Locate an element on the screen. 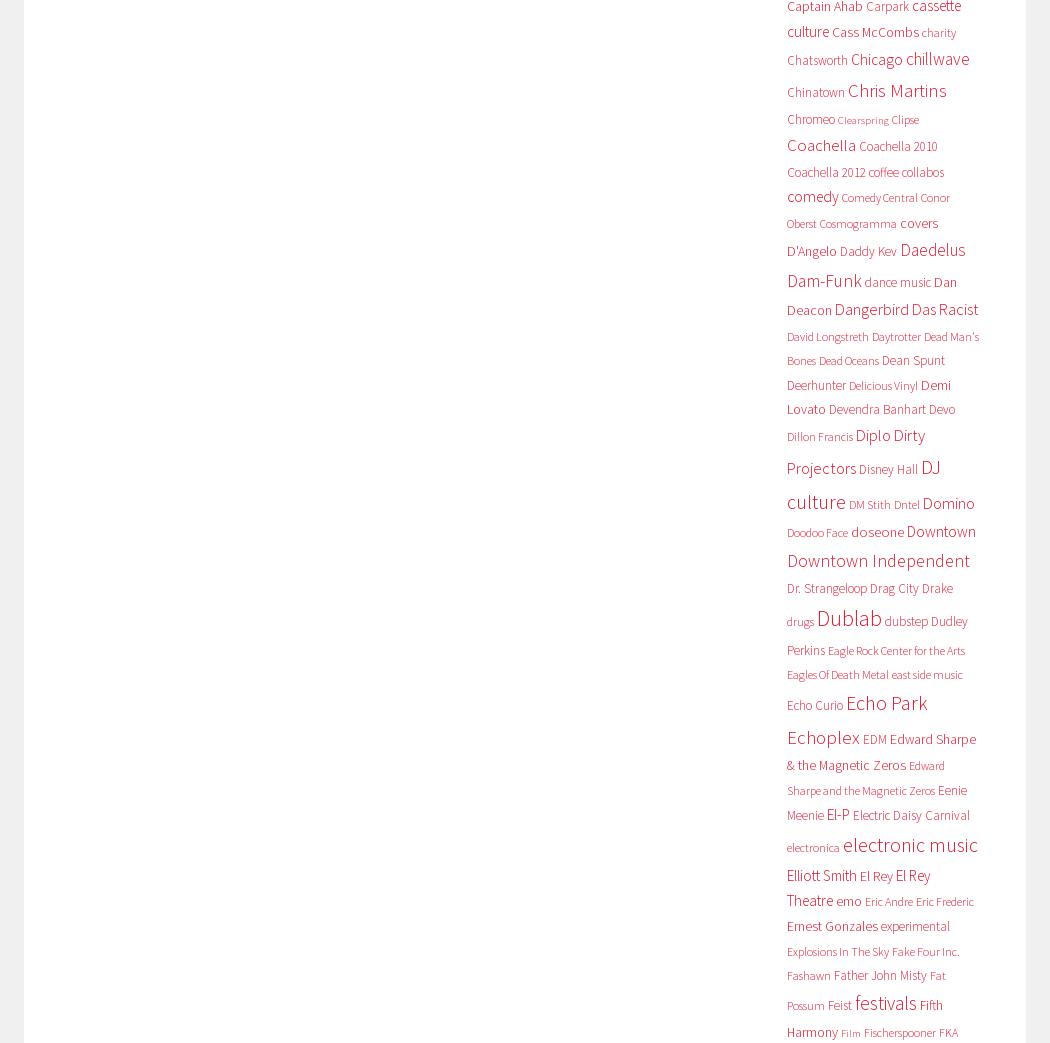  'Eagle Rock Center for the Arts' is located at coordinates (894, 649).